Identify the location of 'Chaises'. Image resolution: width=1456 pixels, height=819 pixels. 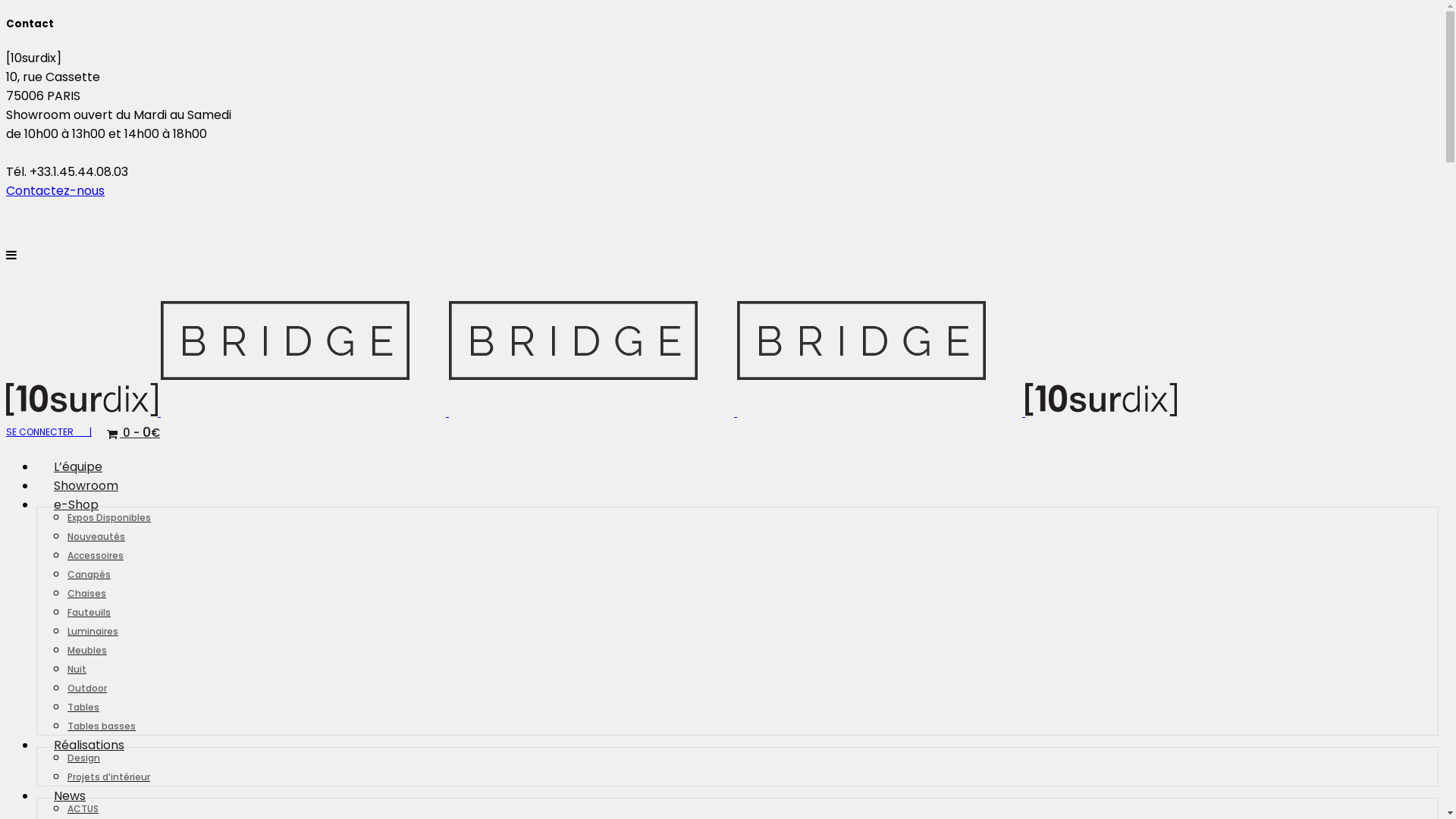
(86, 591).